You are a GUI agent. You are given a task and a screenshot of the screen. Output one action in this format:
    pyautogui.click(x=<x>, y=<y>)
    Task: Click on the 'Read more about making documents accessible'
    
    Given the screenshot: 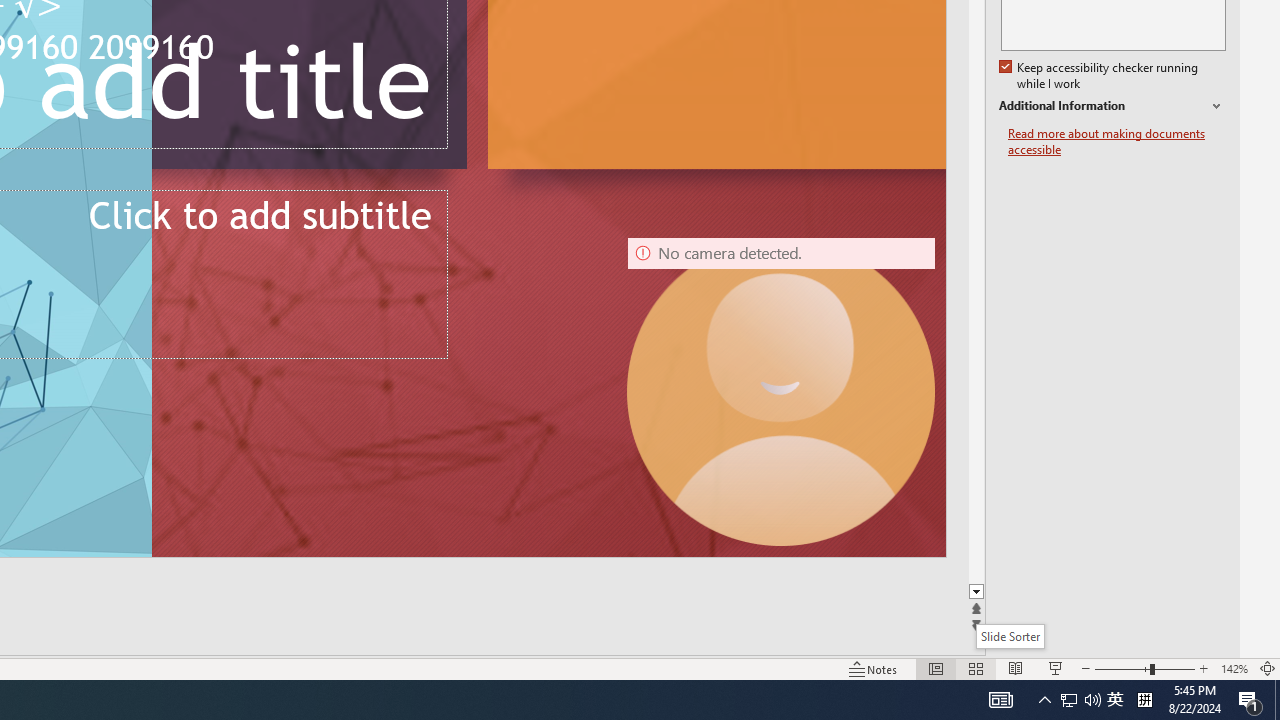 What is the action you would take?
    pyautogui.click(x=1116, y=141)
    